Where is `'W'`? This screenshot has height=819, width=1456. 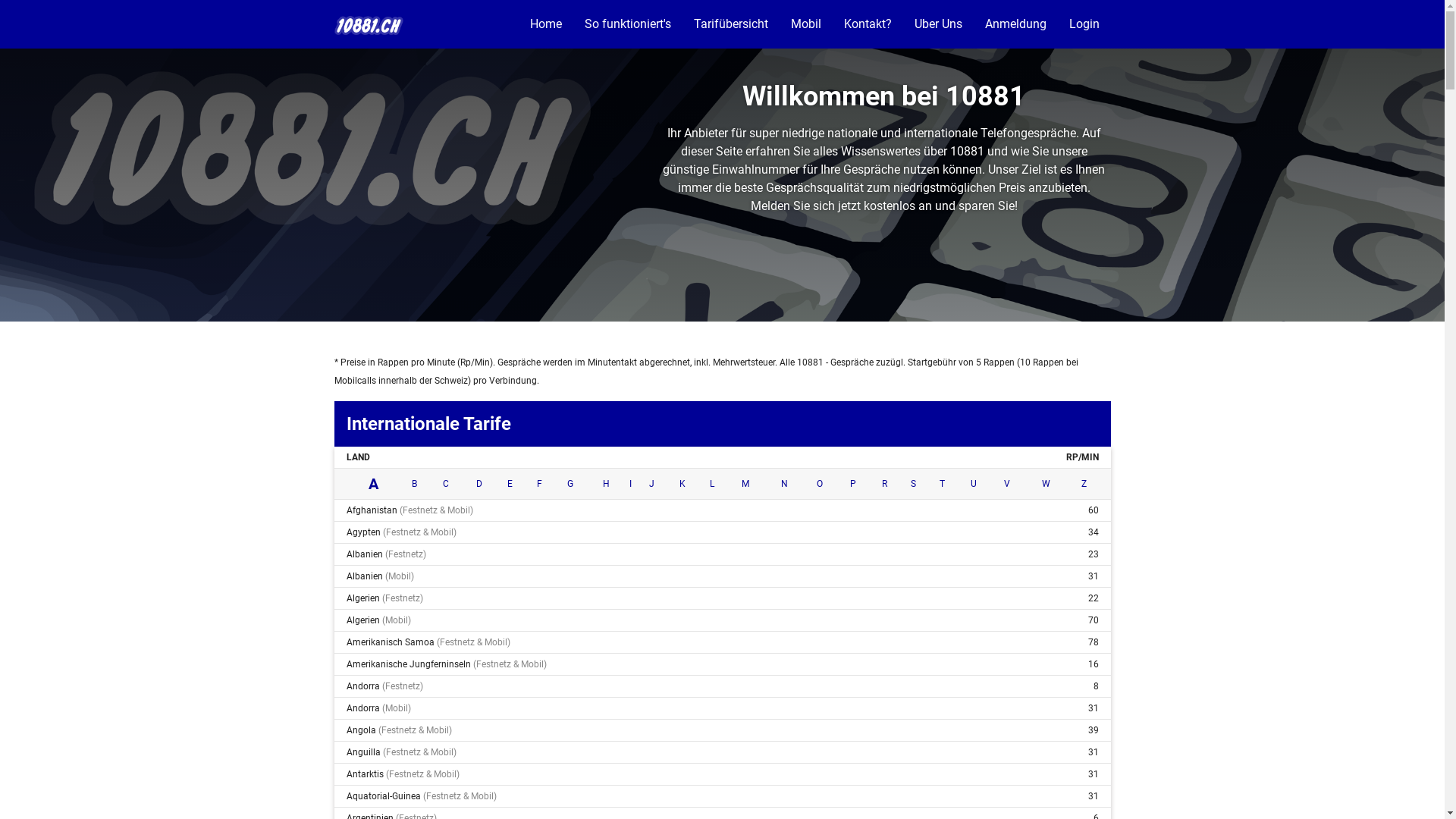
'W' is located at coordinates (1045, 483).